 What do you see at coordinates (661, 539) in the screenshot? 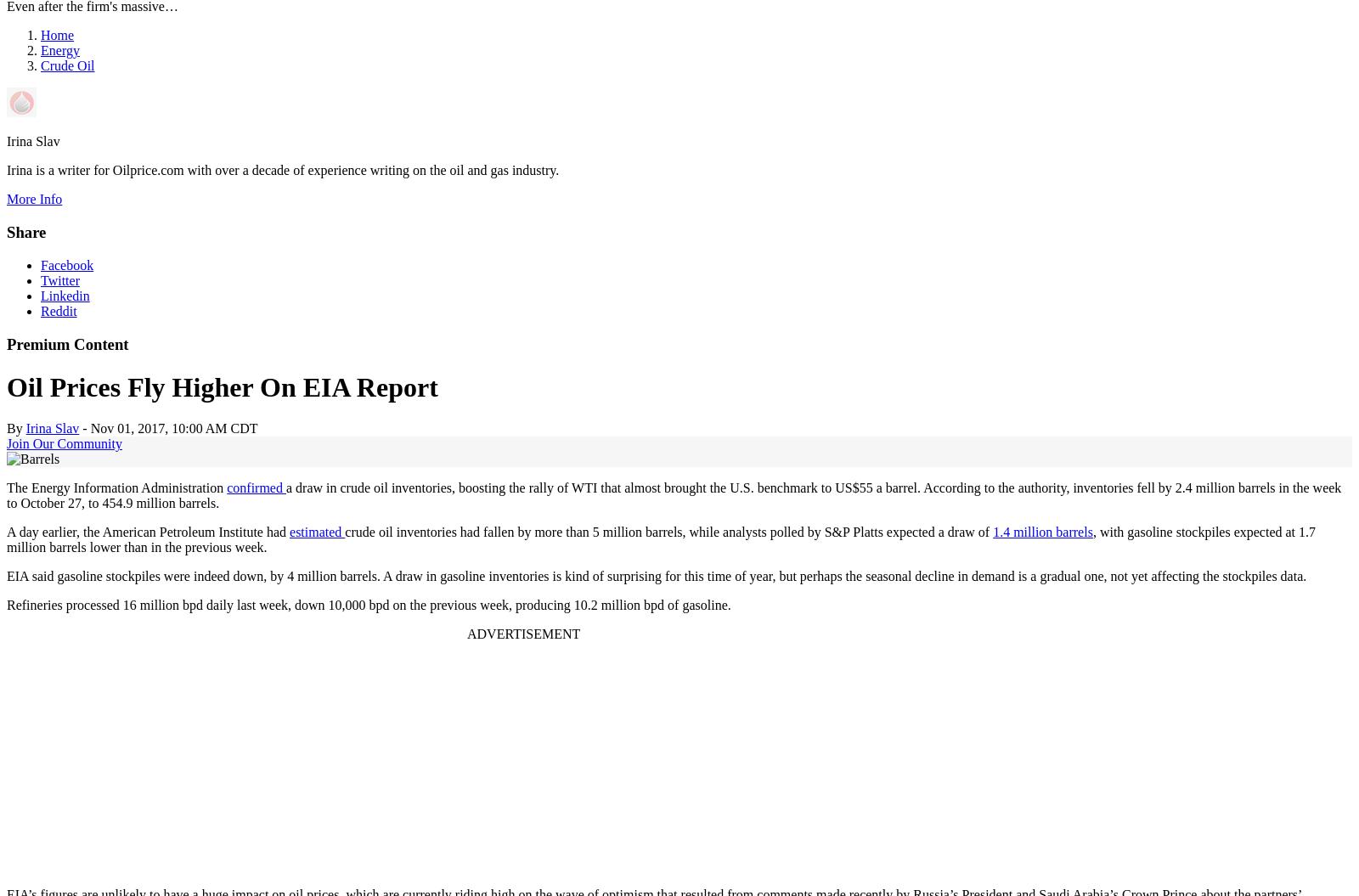
I see `', with gasoline stockpiles expected at 1.7 million barrels lower than in the previous week.'` at bounding box center [661, 539].